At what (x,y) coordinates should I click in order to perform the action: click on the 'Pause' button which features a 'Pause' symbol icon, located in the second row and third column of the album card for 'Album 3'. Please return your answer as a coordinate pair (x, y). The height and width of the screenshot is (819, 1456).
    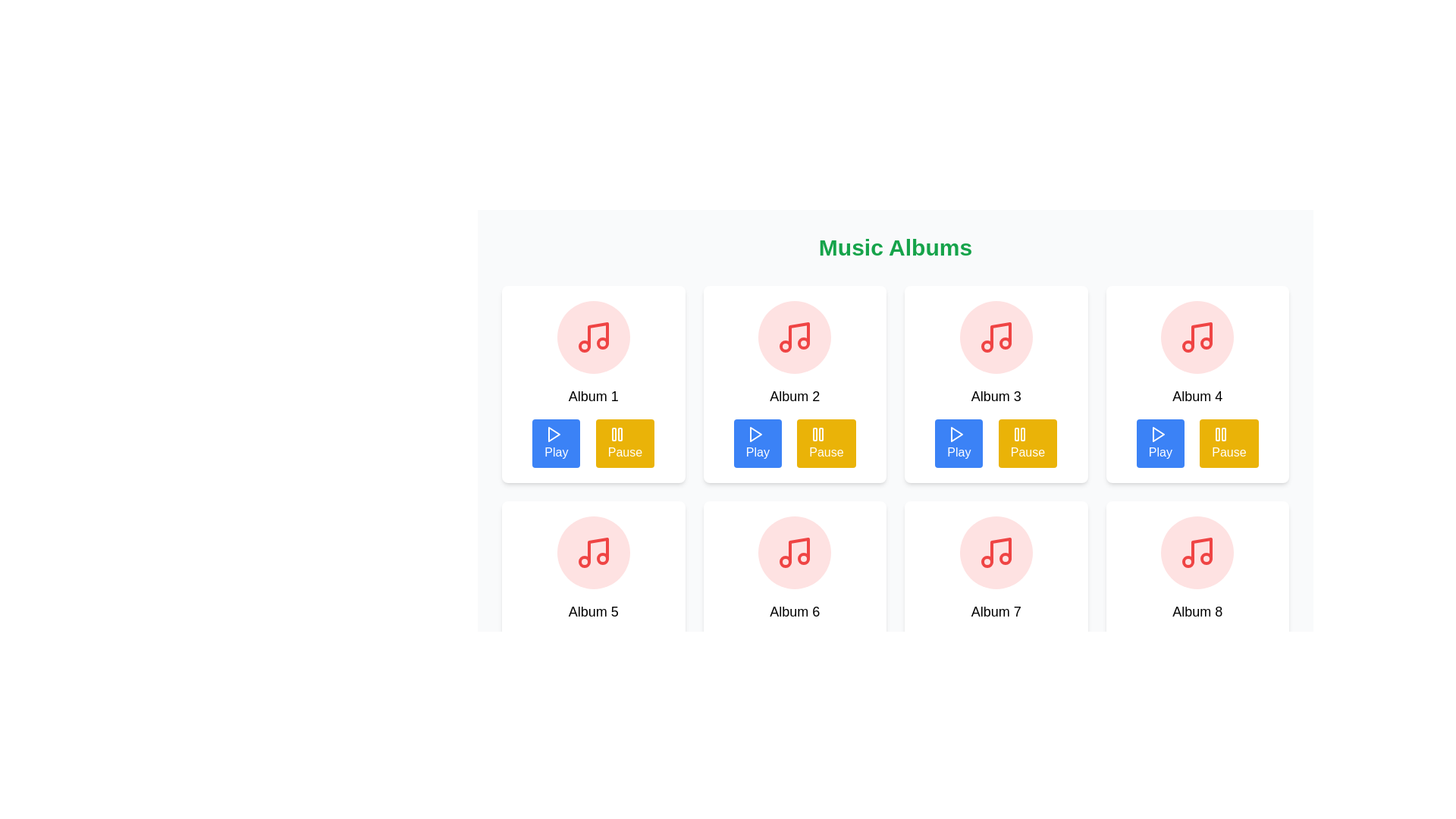
    Looking at the image, I should click on (1019, 435).